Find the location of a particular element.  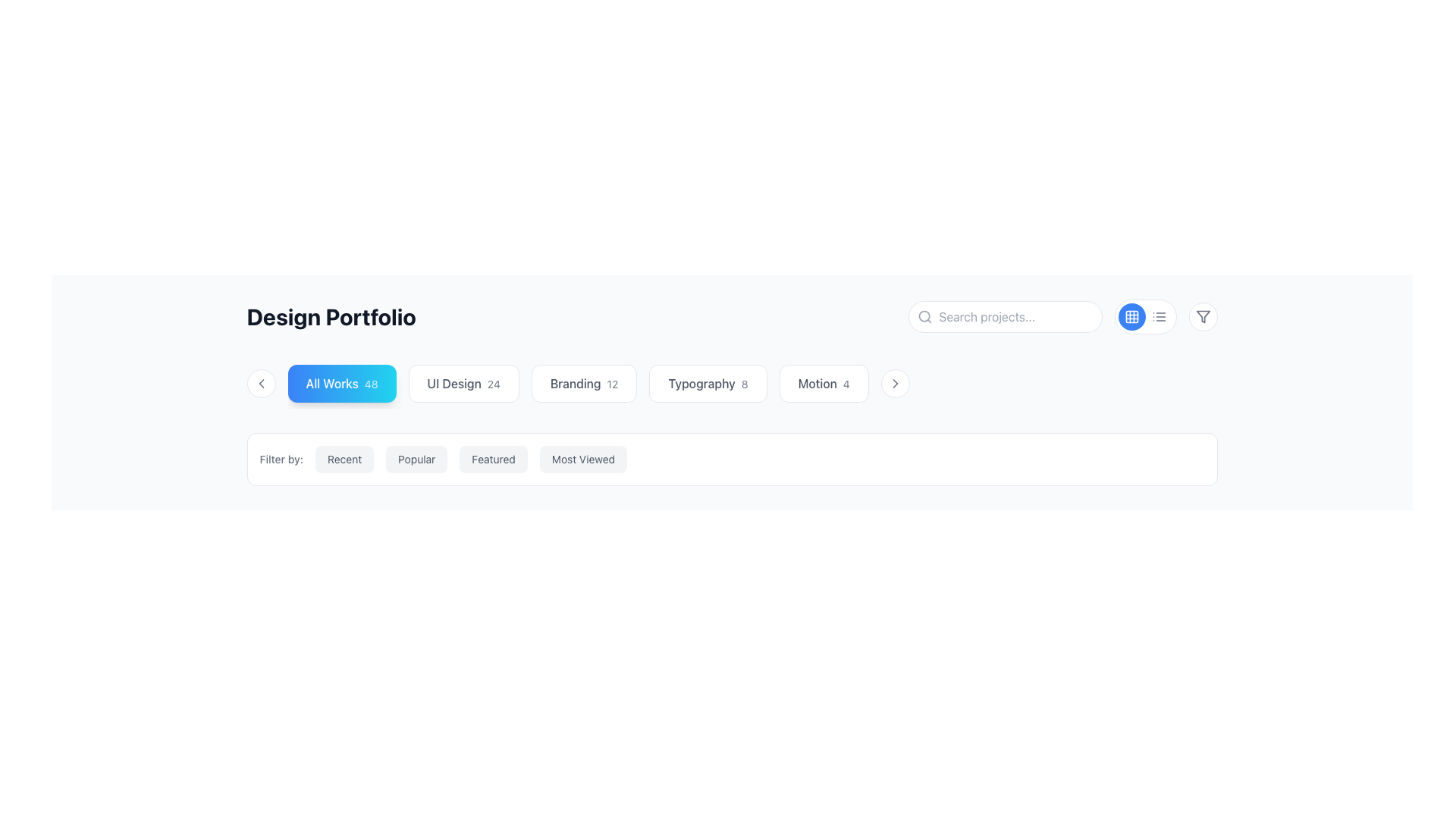

the text label displaying 'Motion' within the button component, which is part of a rounded rectangular button with a white background, located at the center of the page is located at coordinates (817, 382).